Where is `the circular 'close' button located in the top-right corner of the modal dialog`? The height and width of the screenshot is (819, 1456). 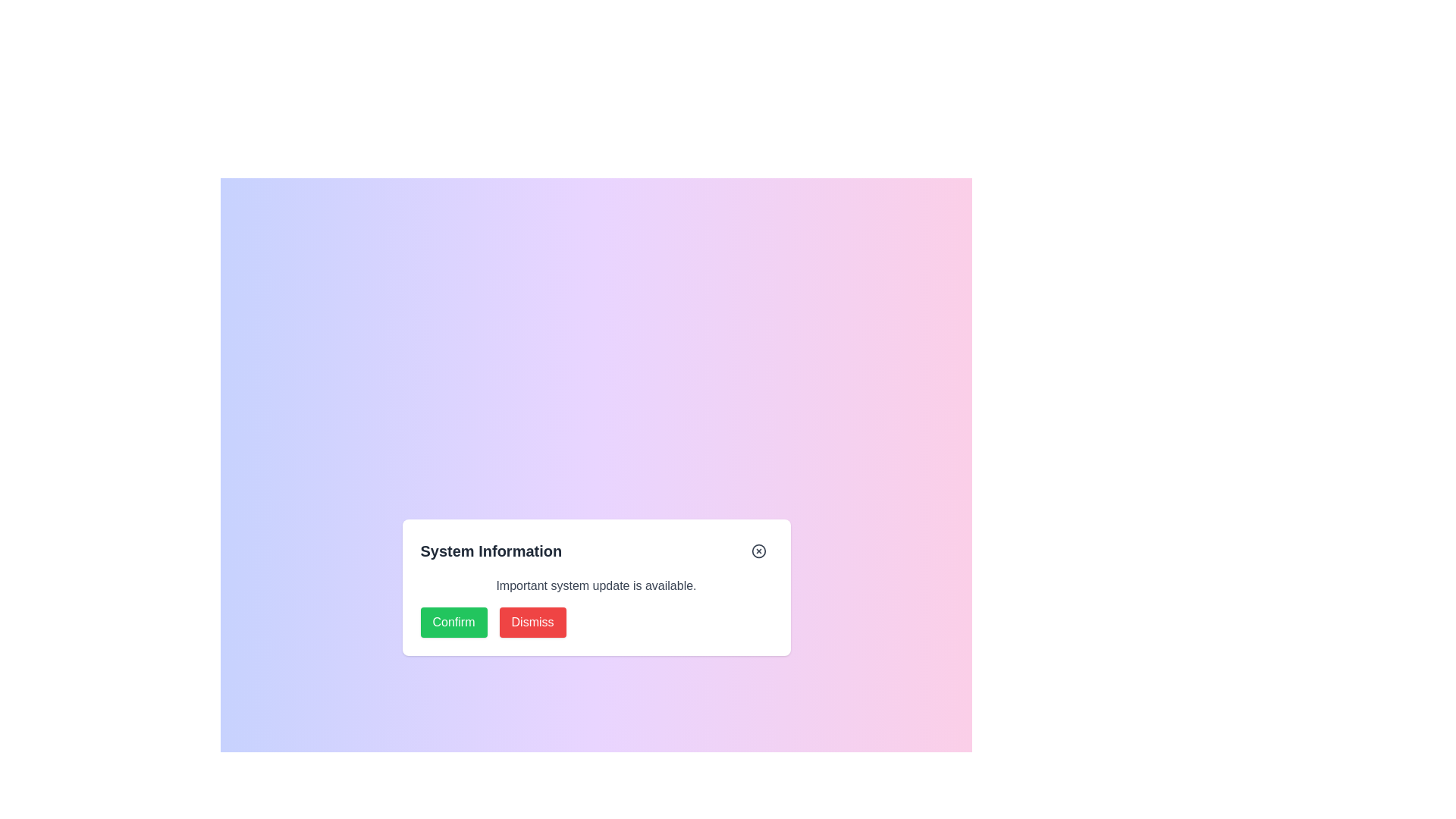
the circular 'close' button located in the top-right corner of the modal dialog is located at coordinates (758, 551).